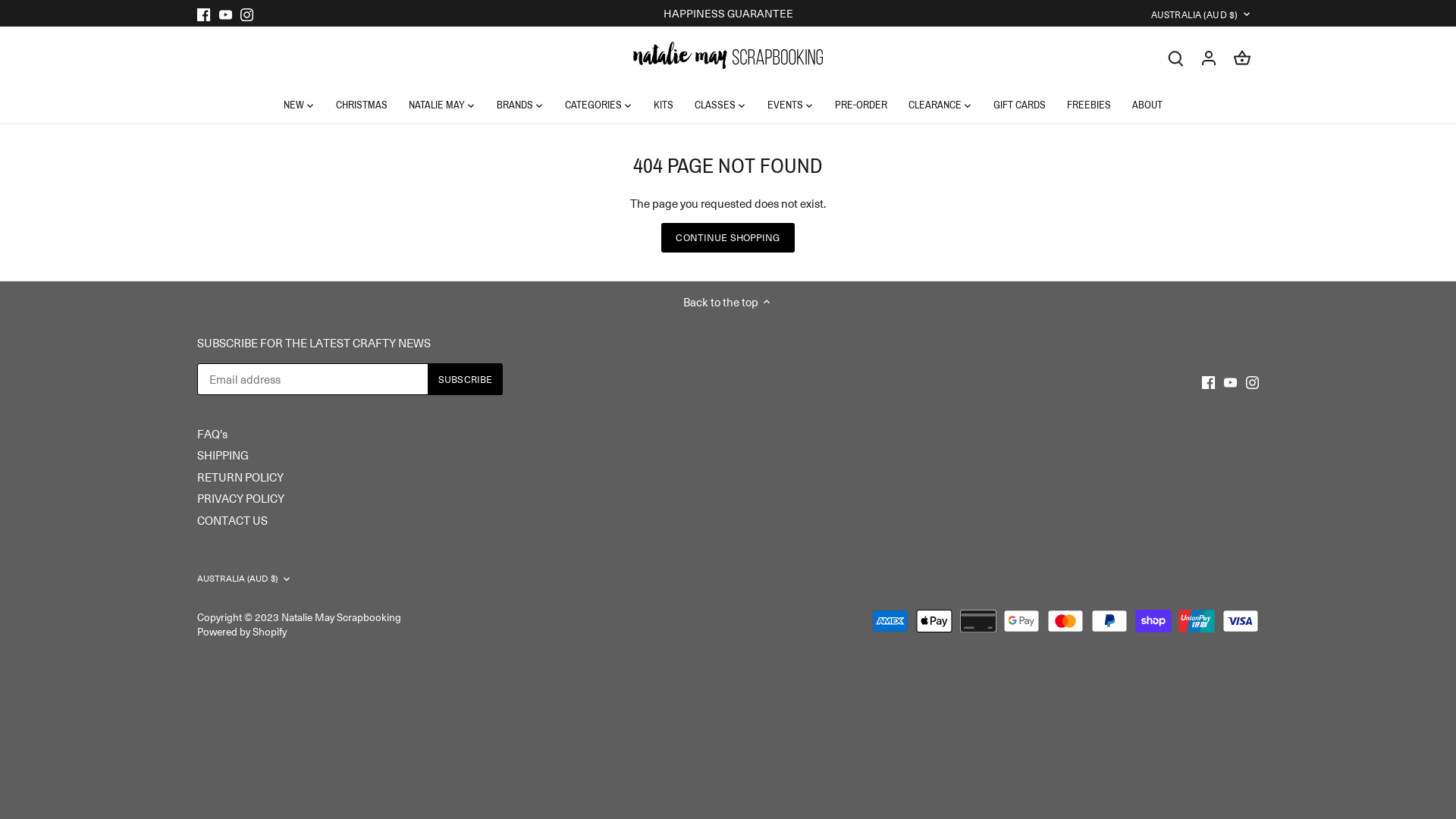  What do you see at coordinates (231, 519) in the screenshot?
I see `'CONTACT US'` at bounding box center [231, 519].